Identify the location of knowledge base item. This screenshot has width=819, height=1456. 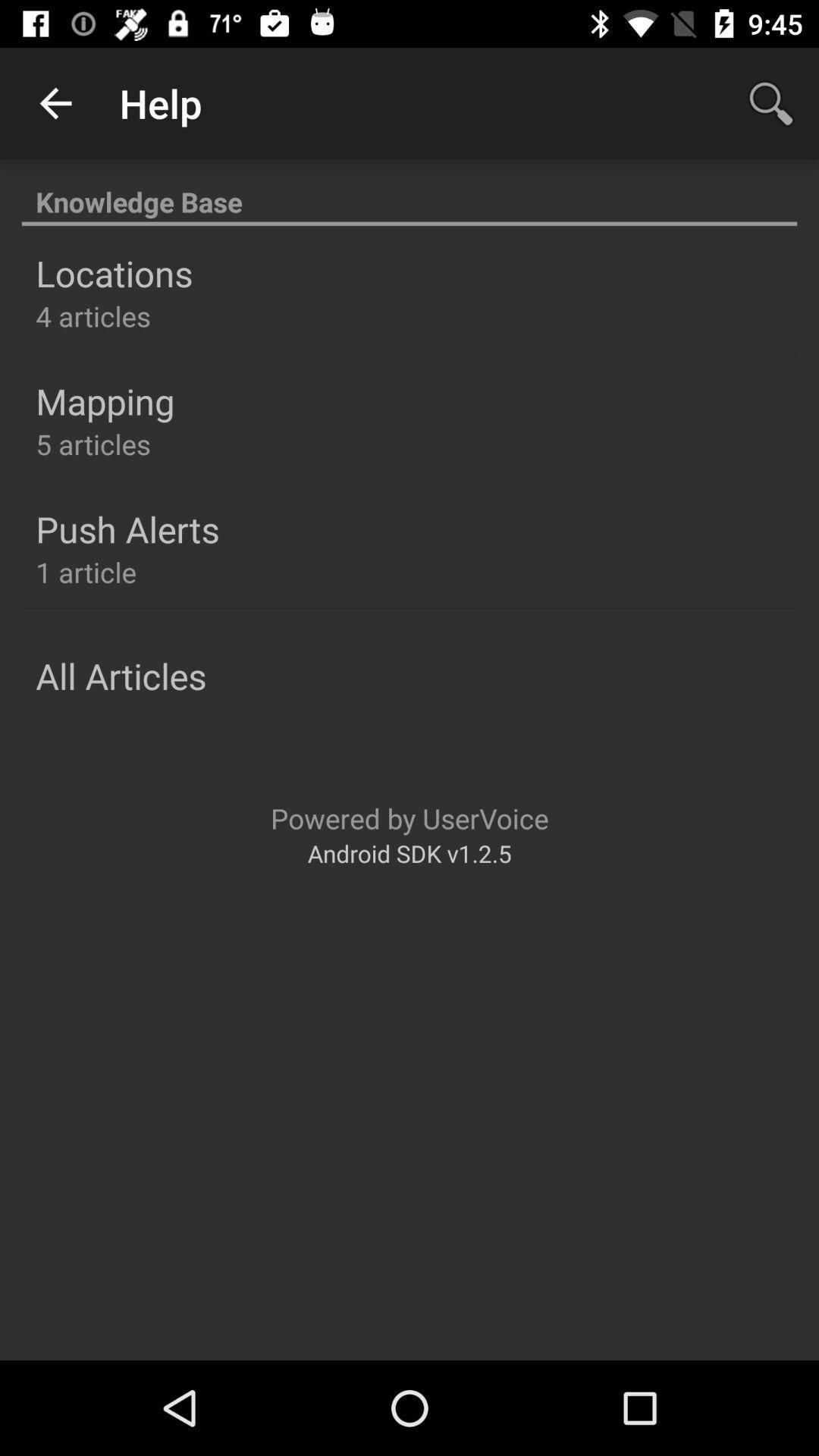
(409, 193).